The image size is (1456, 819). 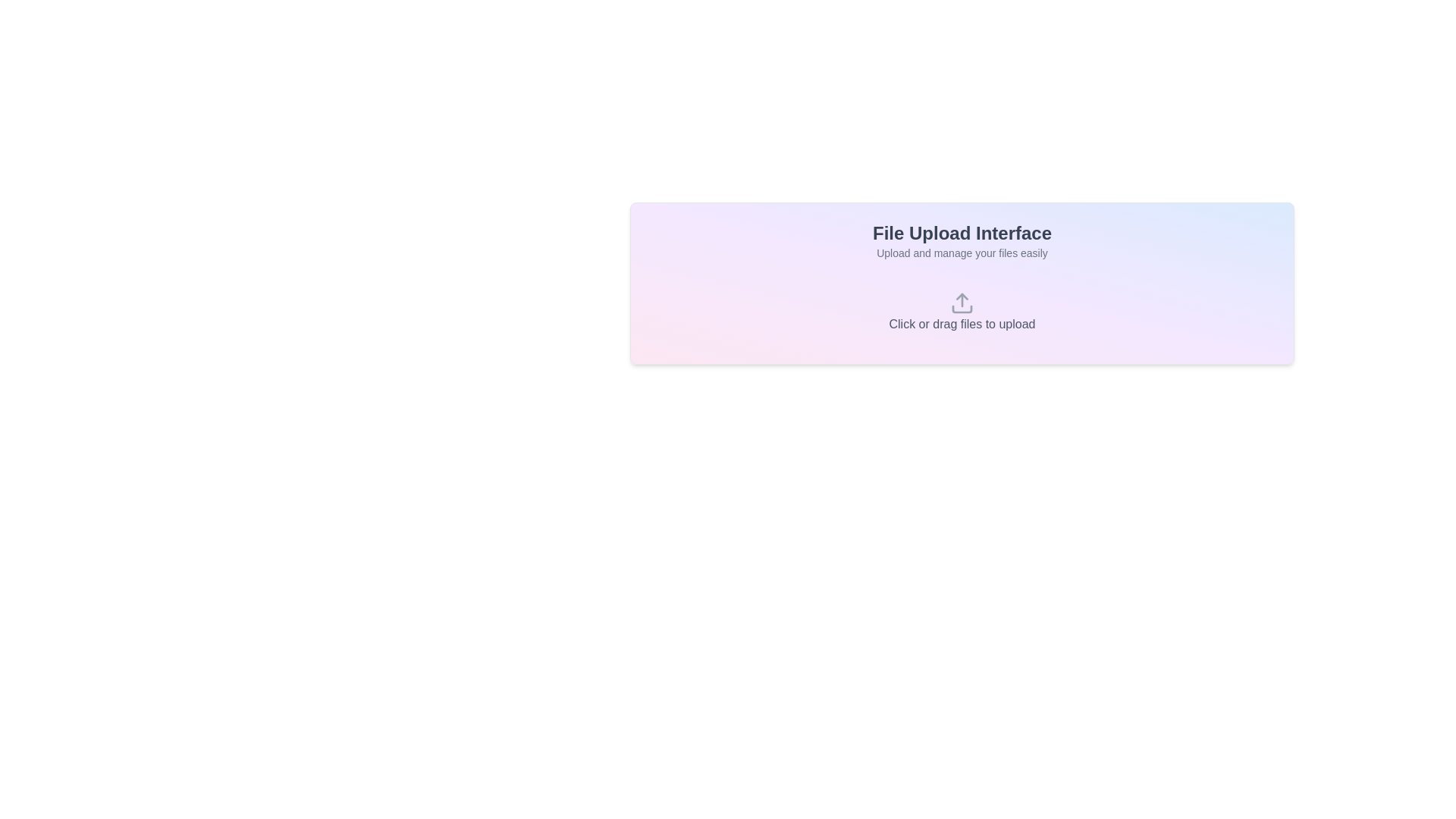 What do you see at coordinates (961, 240) in the screenshot?
I see `text from the Styled text block titled 'File Upload Interface' to understand the interface purpose, which includes a bold title and a smaller descriptive subtitle` at bounding box center [961, 240].